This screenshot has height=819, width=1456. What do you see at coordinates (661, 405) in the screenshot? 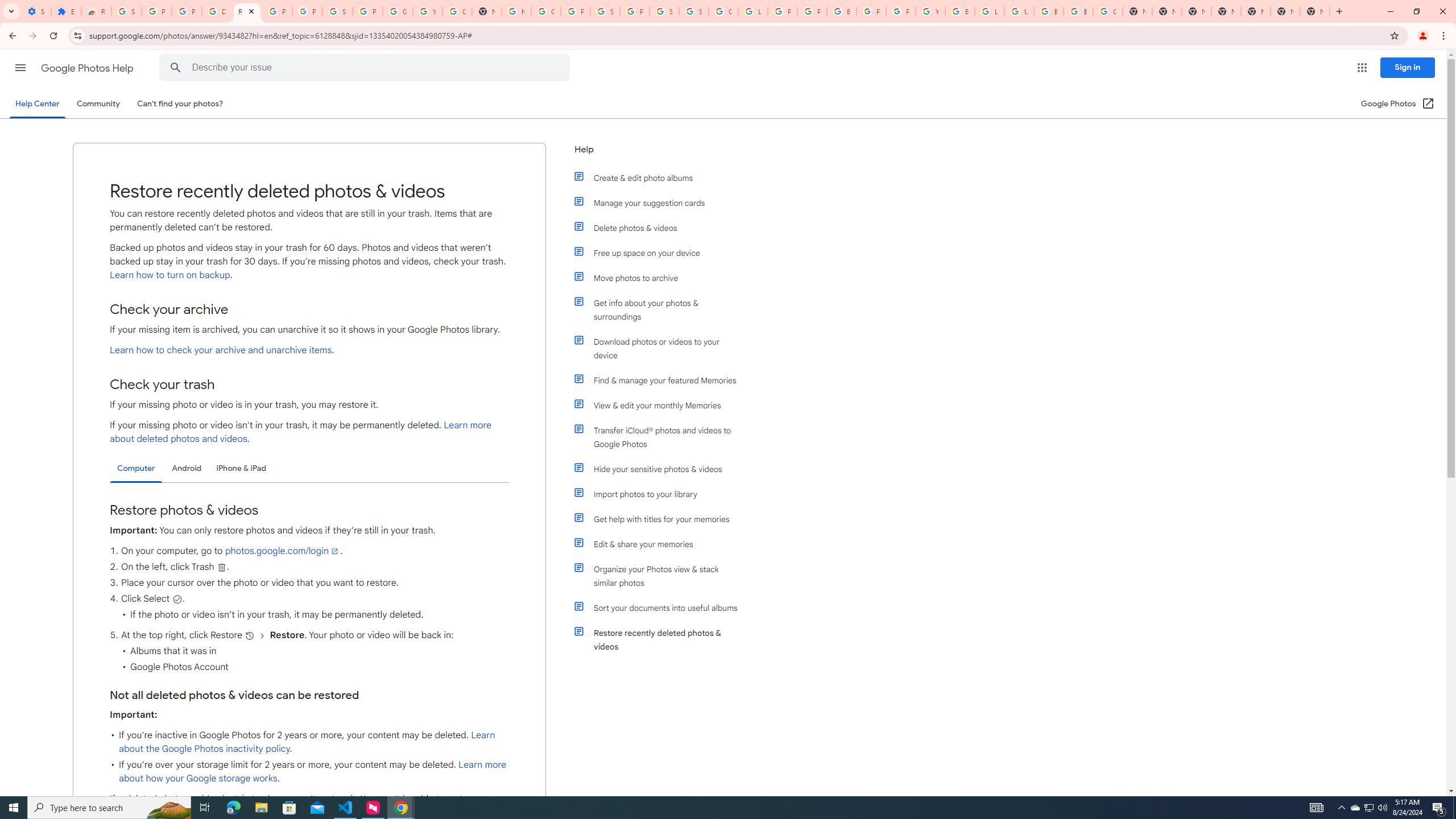
I see `'View & edit your monthly Memories'` at bounding box center [661, 405].